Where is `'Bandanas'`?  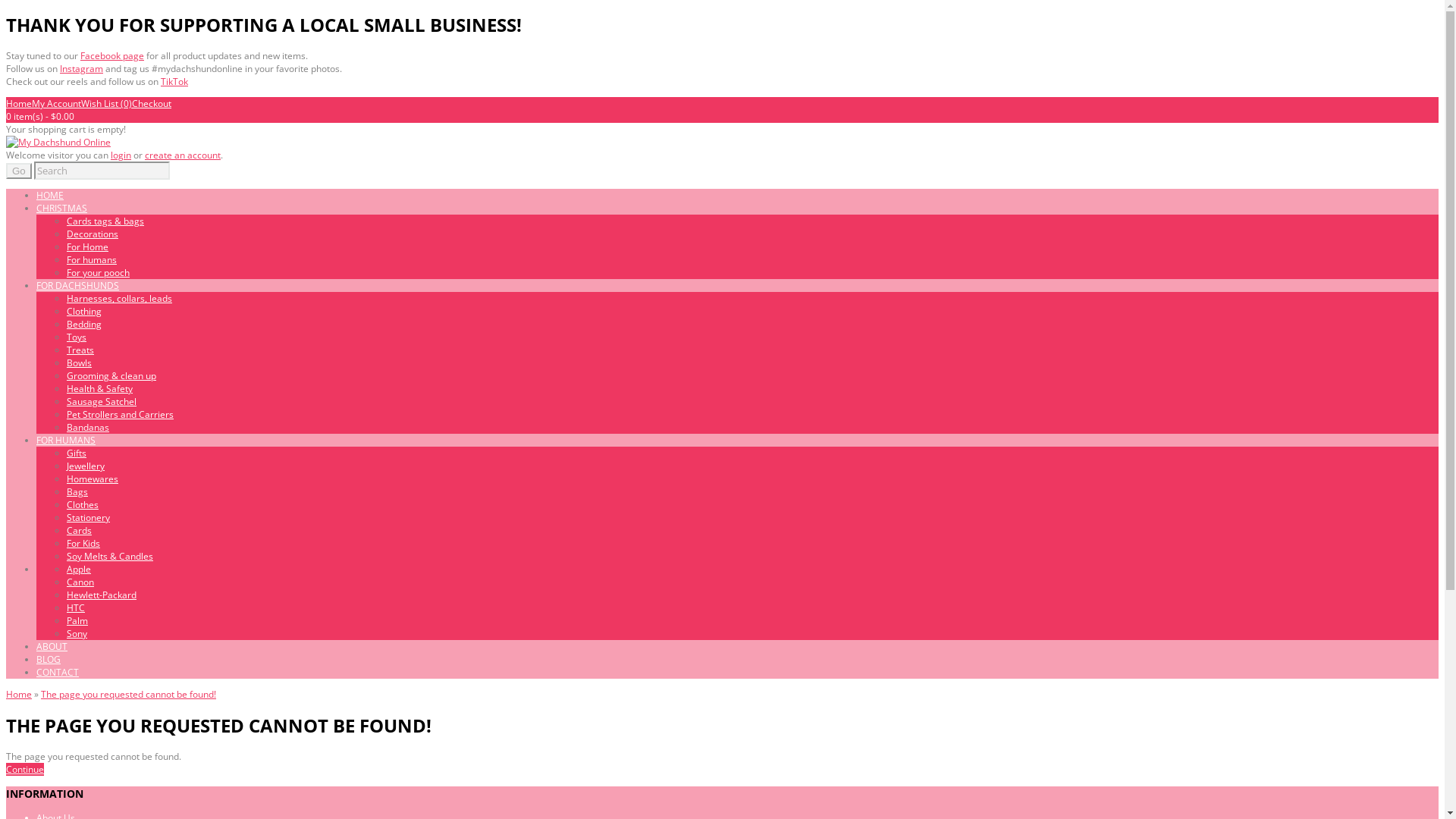
'Bandanas' is located at coordinates (86, 427).